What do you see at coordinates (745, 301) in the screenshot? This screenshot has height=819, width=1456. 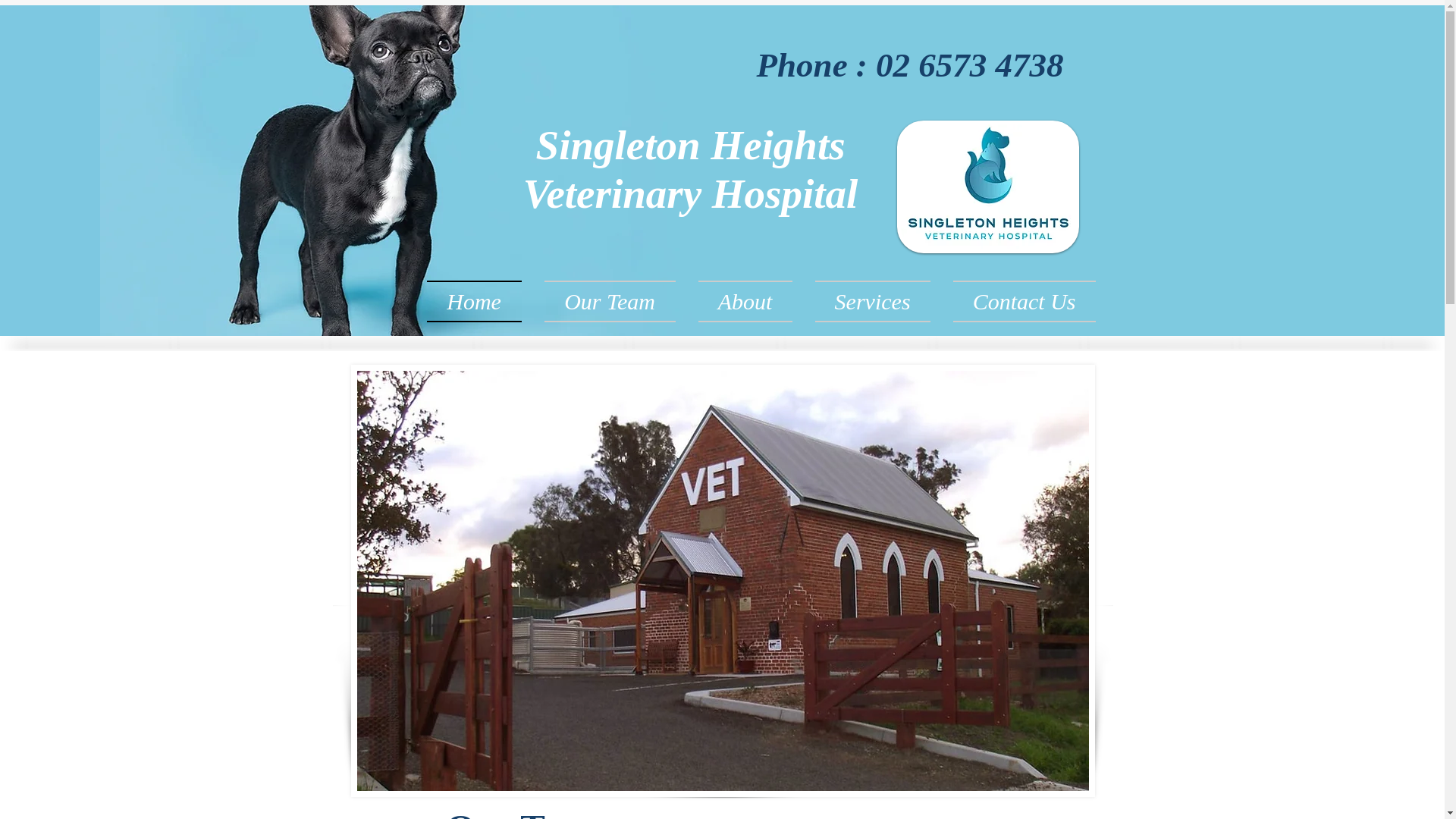 I see `'About'` at bounding box center [745, 301].